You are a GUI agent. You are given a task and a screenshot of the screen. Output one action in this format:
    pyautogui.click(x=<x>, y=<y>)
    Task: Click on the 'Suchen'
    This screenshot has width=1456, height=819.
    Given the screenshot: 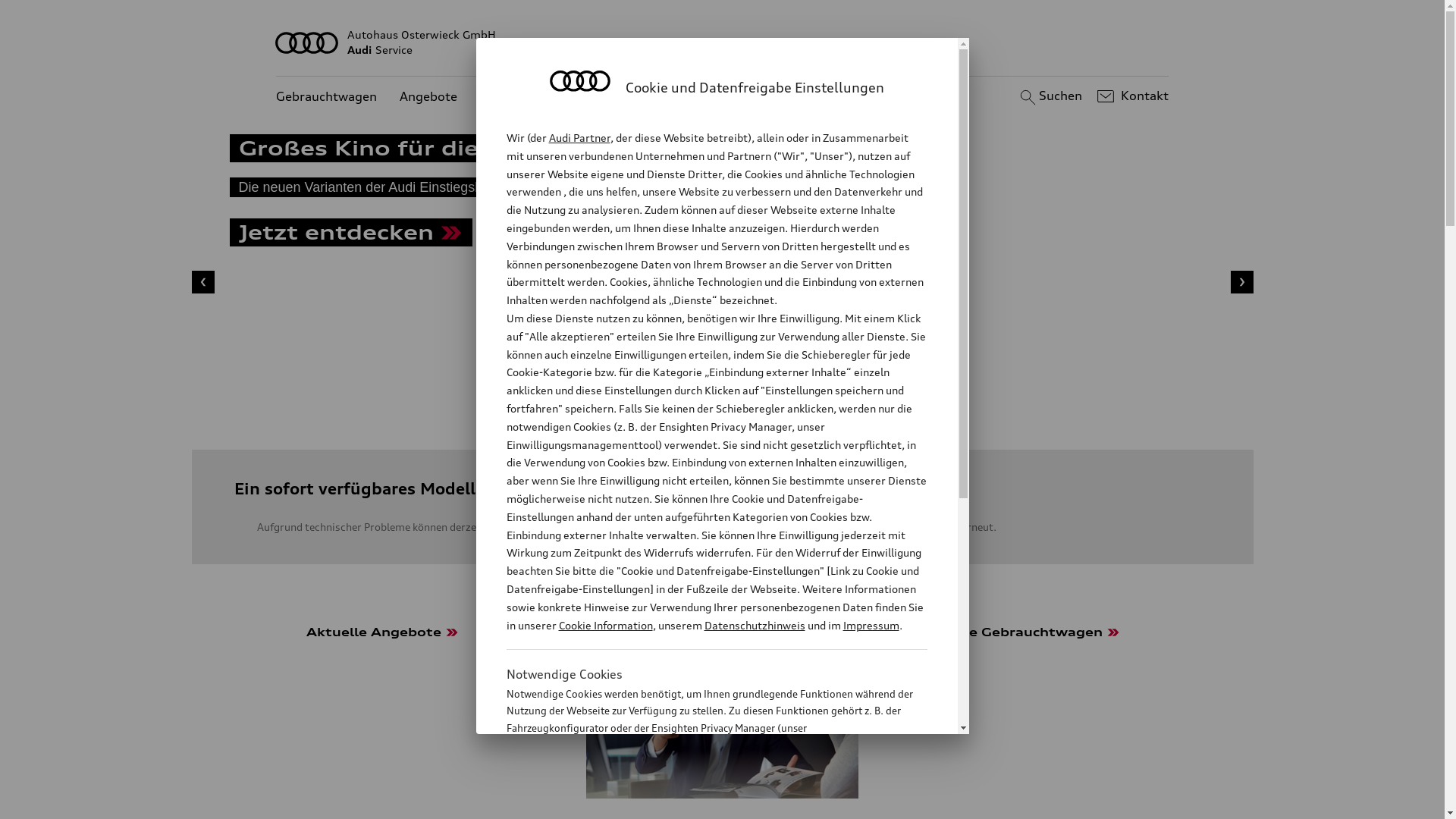 What is the action you would take?
    pyautogui.click(x=1048, y=96)
    